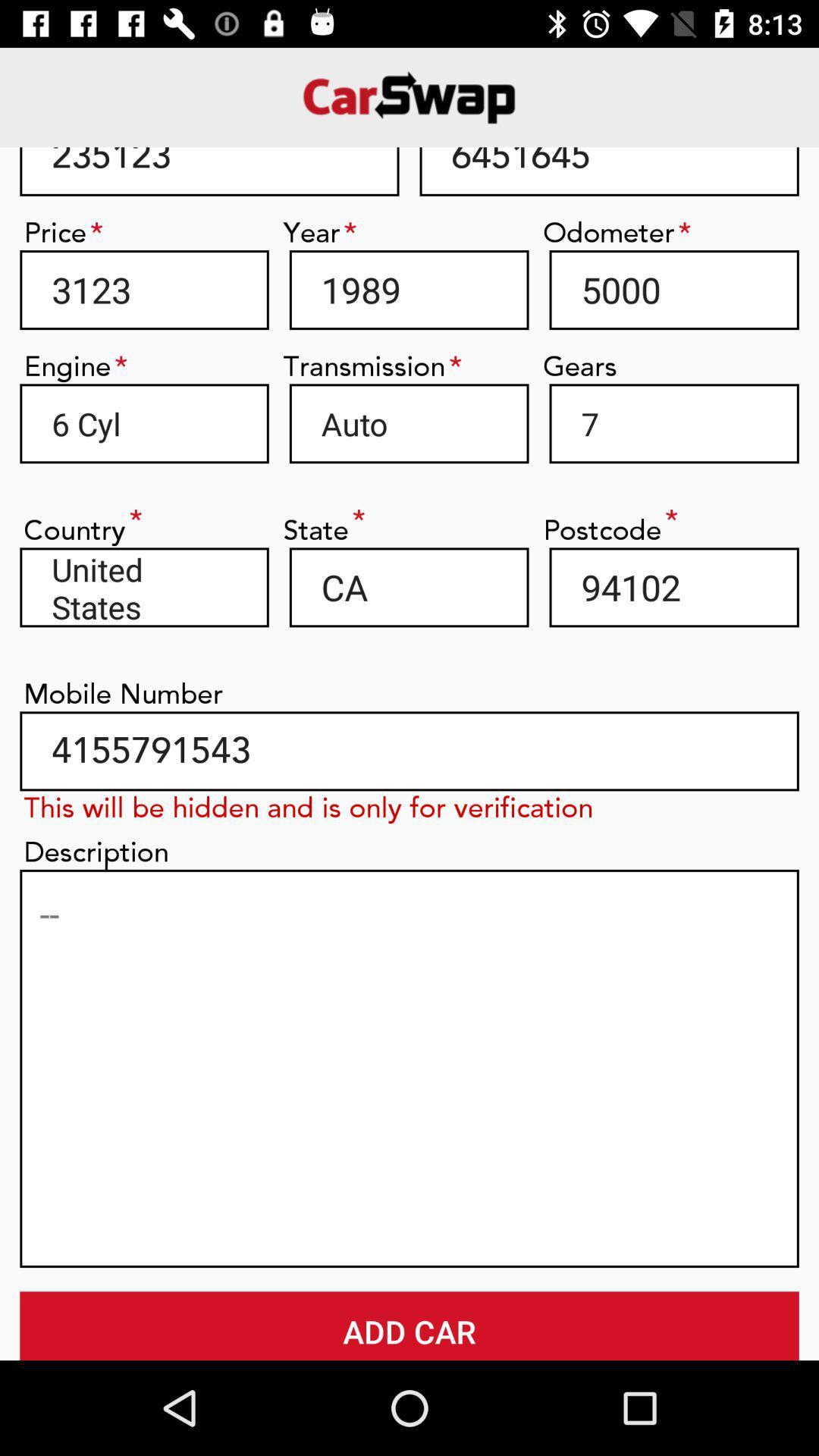 This screenshot has height=1456, width=819. I want to click on item above the gears, so click(673, 290).